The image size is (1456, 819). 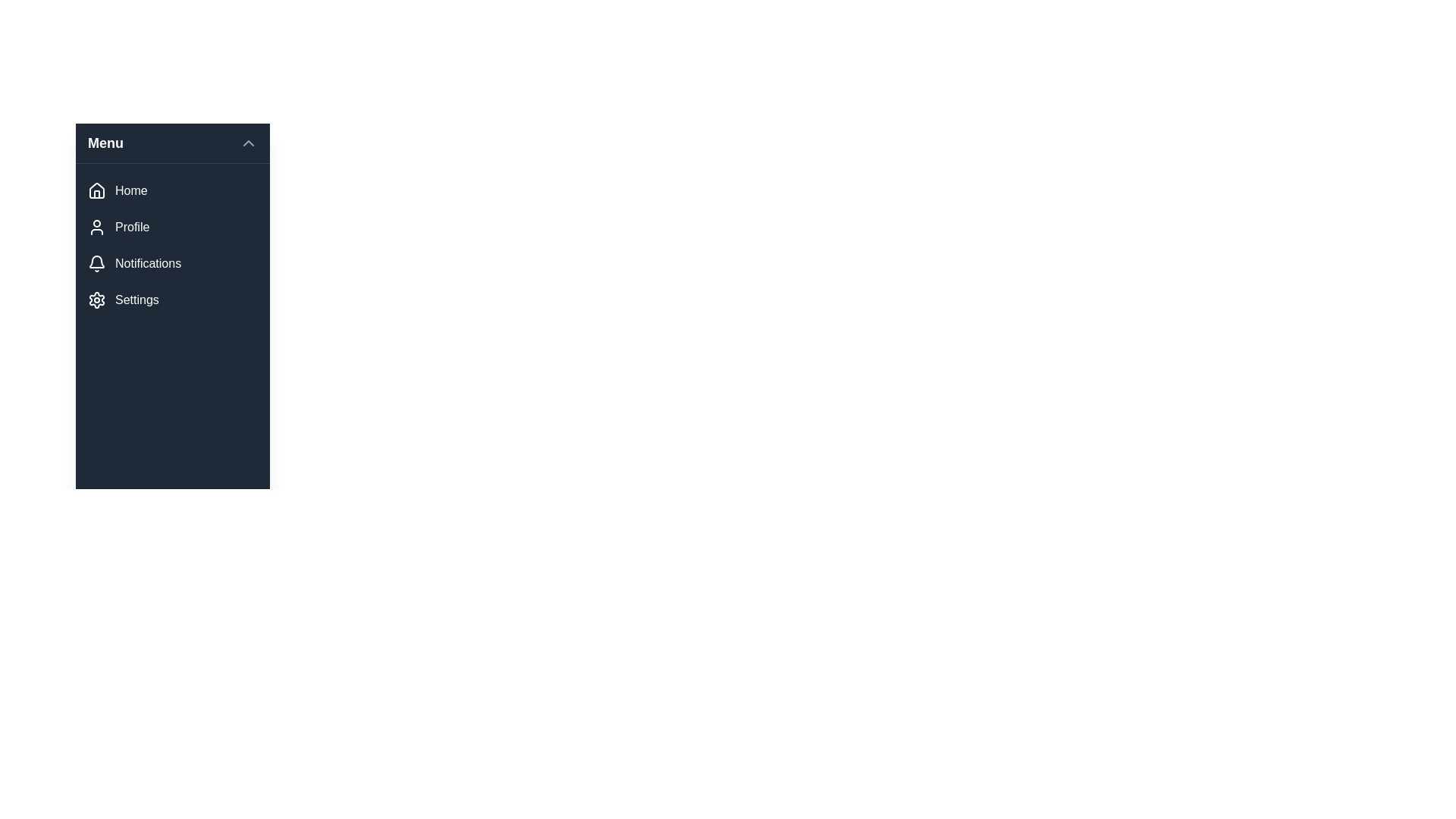 I want to click on the first navigation item in the menu that serves as a link to the Home page, so click(x=131, y=190).